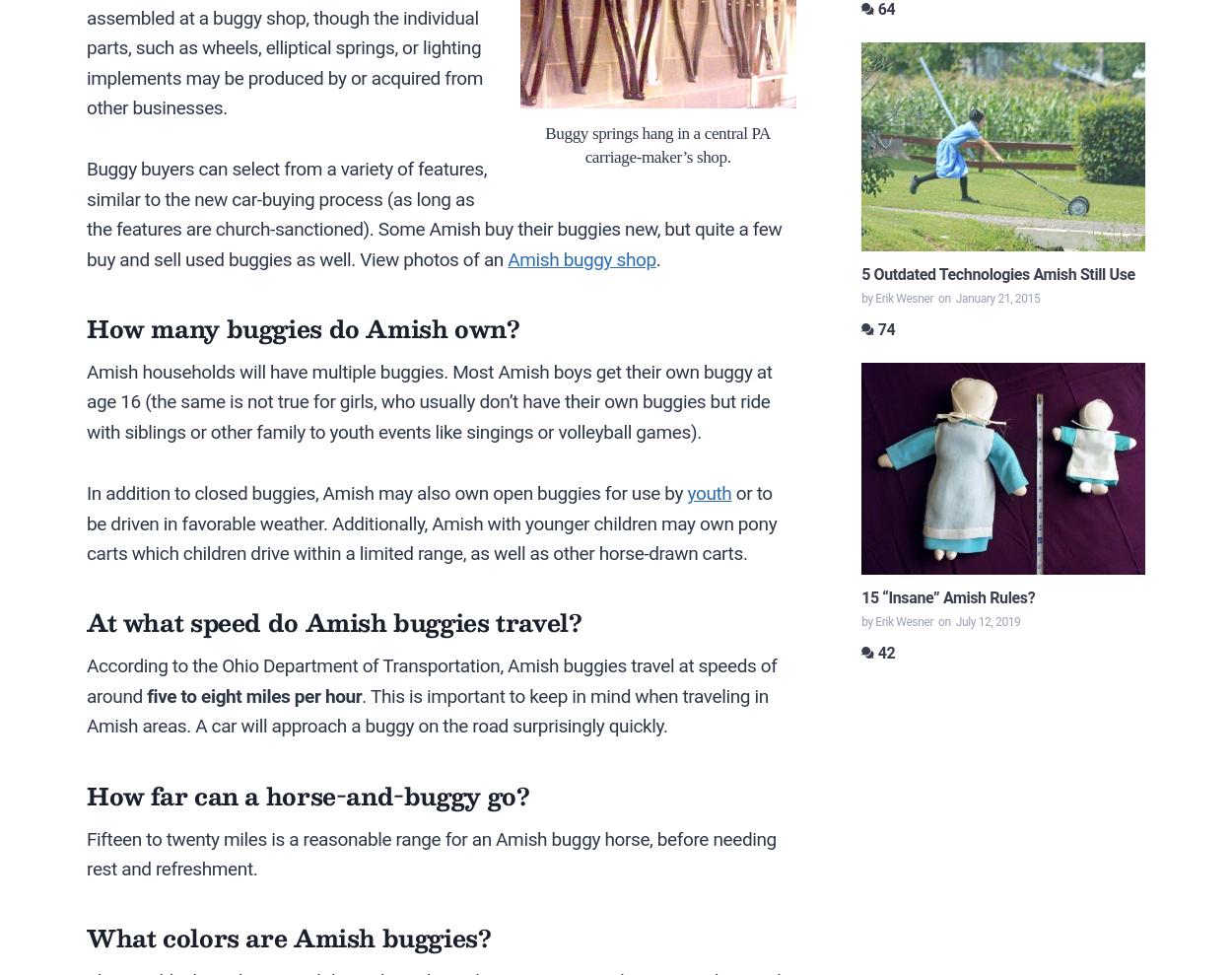 This screenshot has height=975, width=1232. I want to click on 'five to eight miles per hour', so click(254, 694).